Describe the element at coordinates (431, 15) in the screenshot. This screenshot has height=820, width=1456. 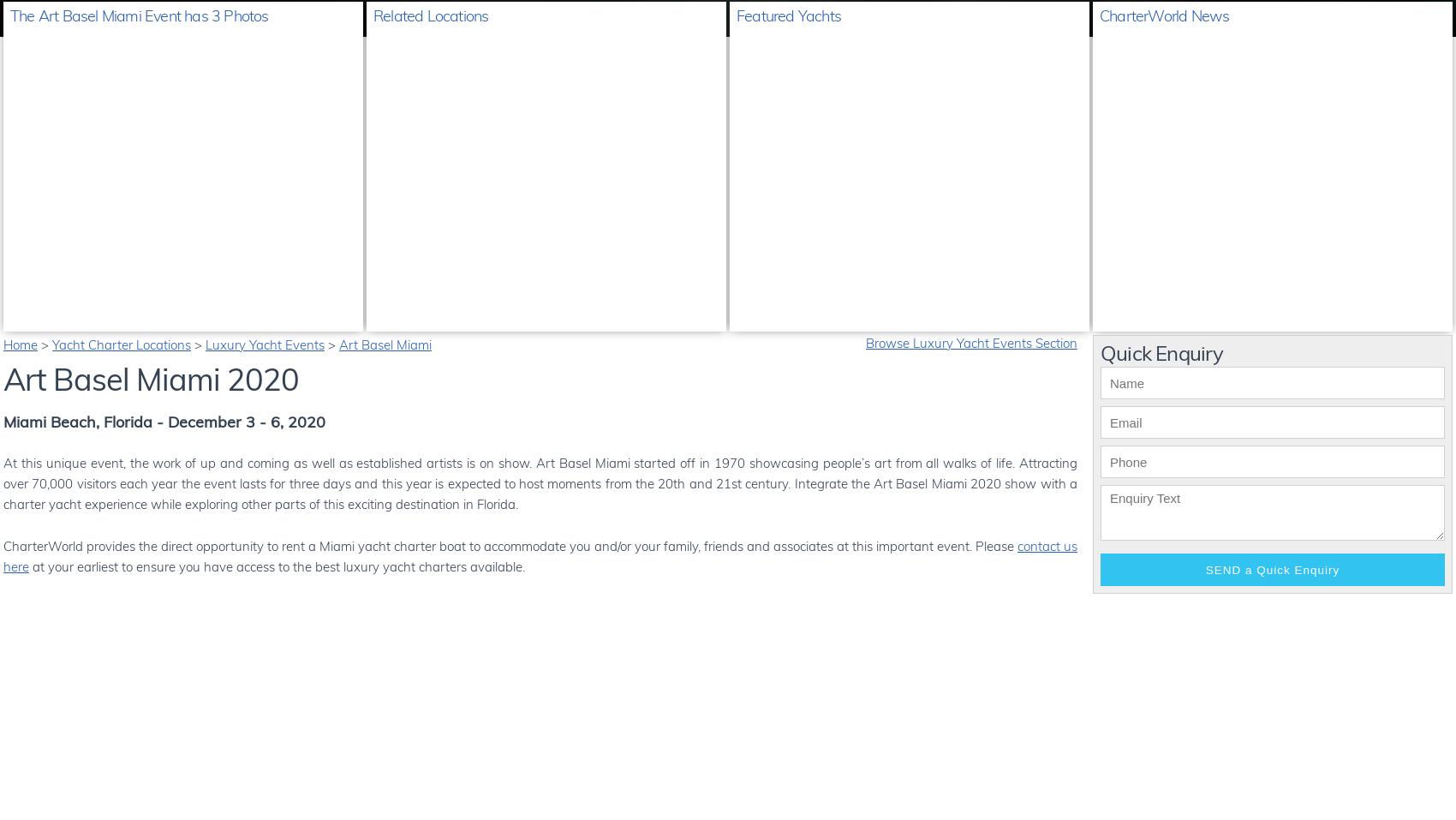
I see `'Related Locations'` at that location.